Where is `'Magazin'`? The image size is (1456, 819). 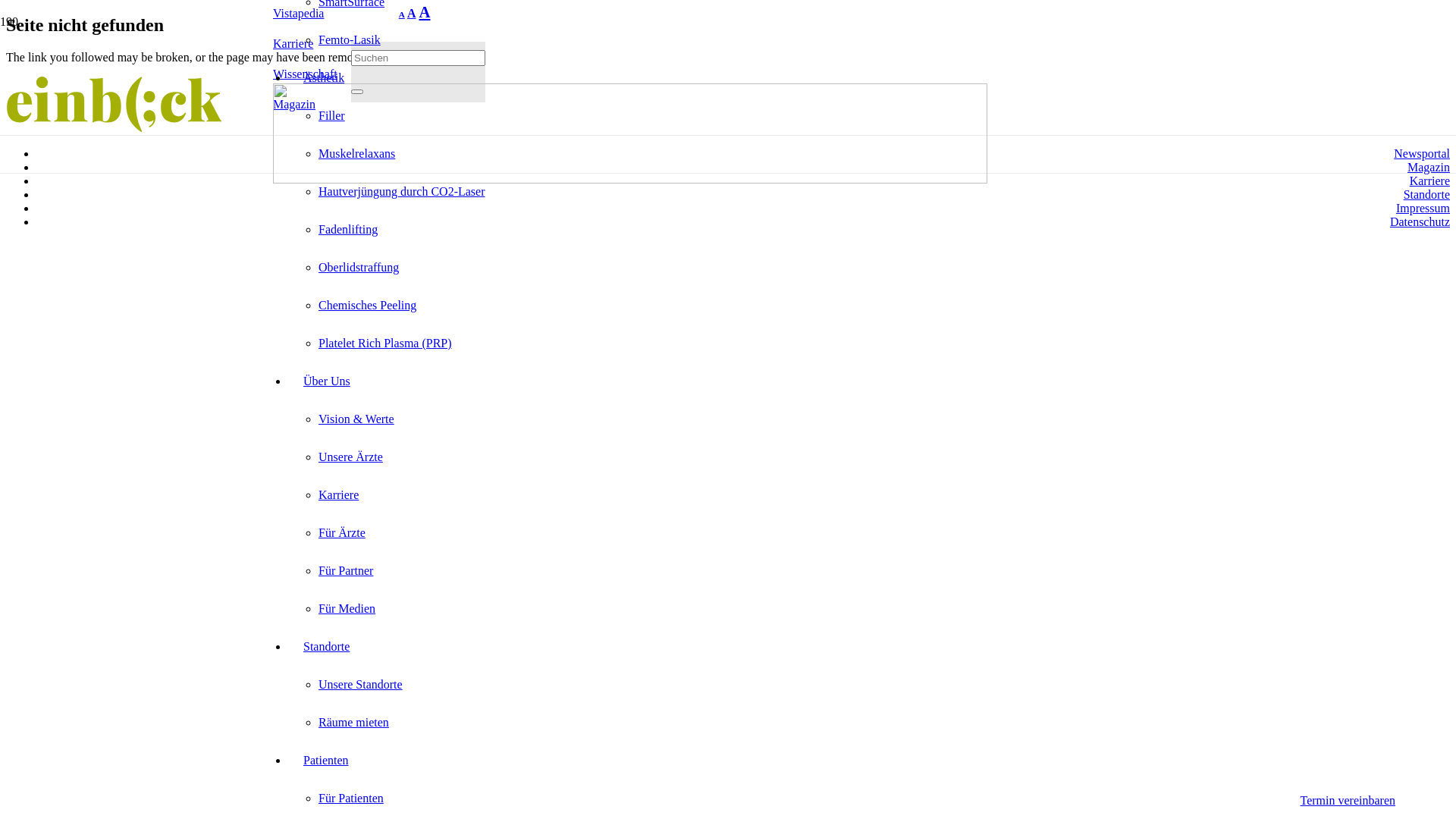 'Magazin' is located at coordinates (1427, 167).